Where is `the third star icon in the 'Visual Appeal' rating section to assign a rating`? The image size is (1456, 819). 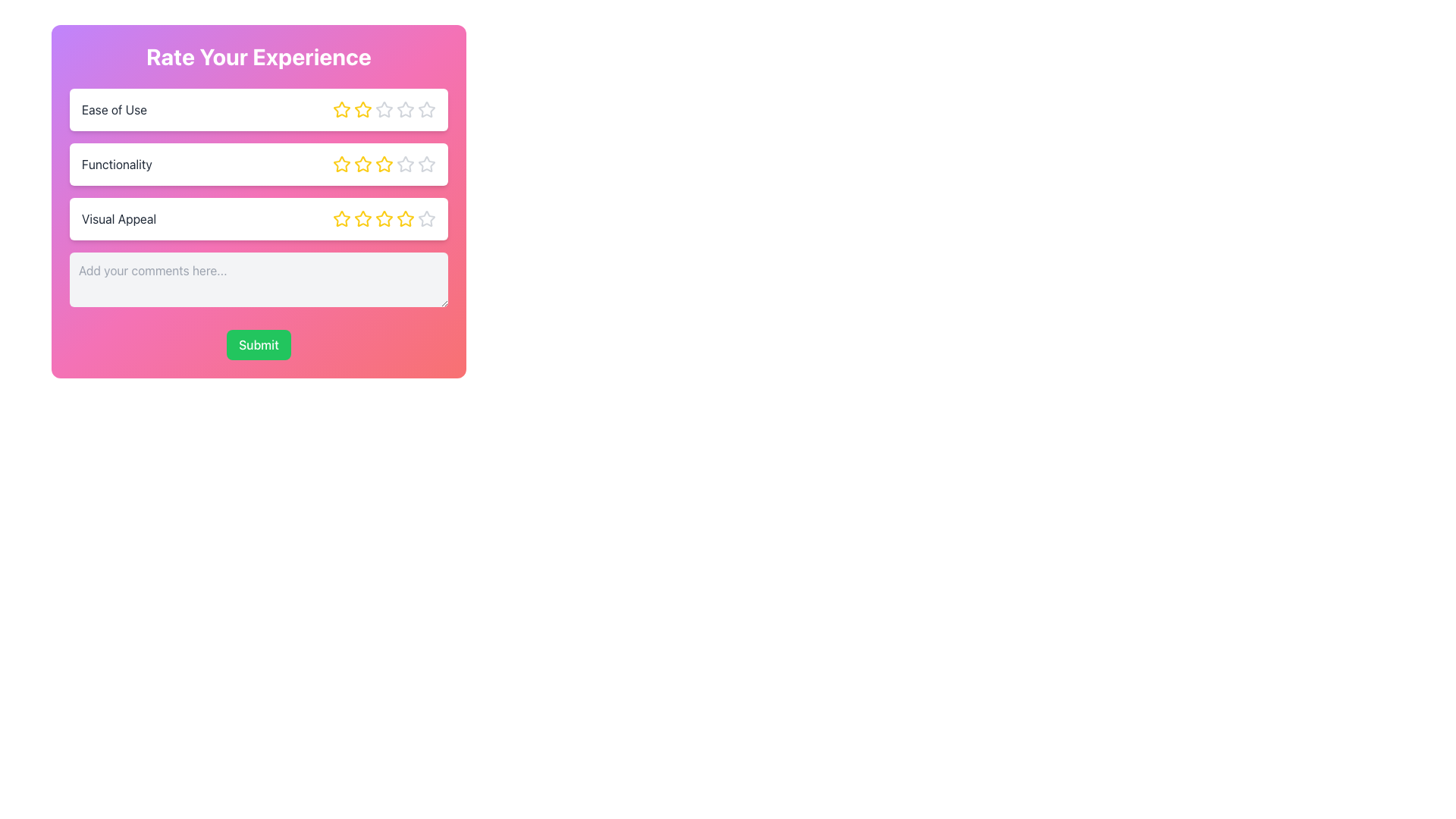 the third star icon in the 'Visual Appeal' rating section to assign a rating is located at coordinates (384, 219).